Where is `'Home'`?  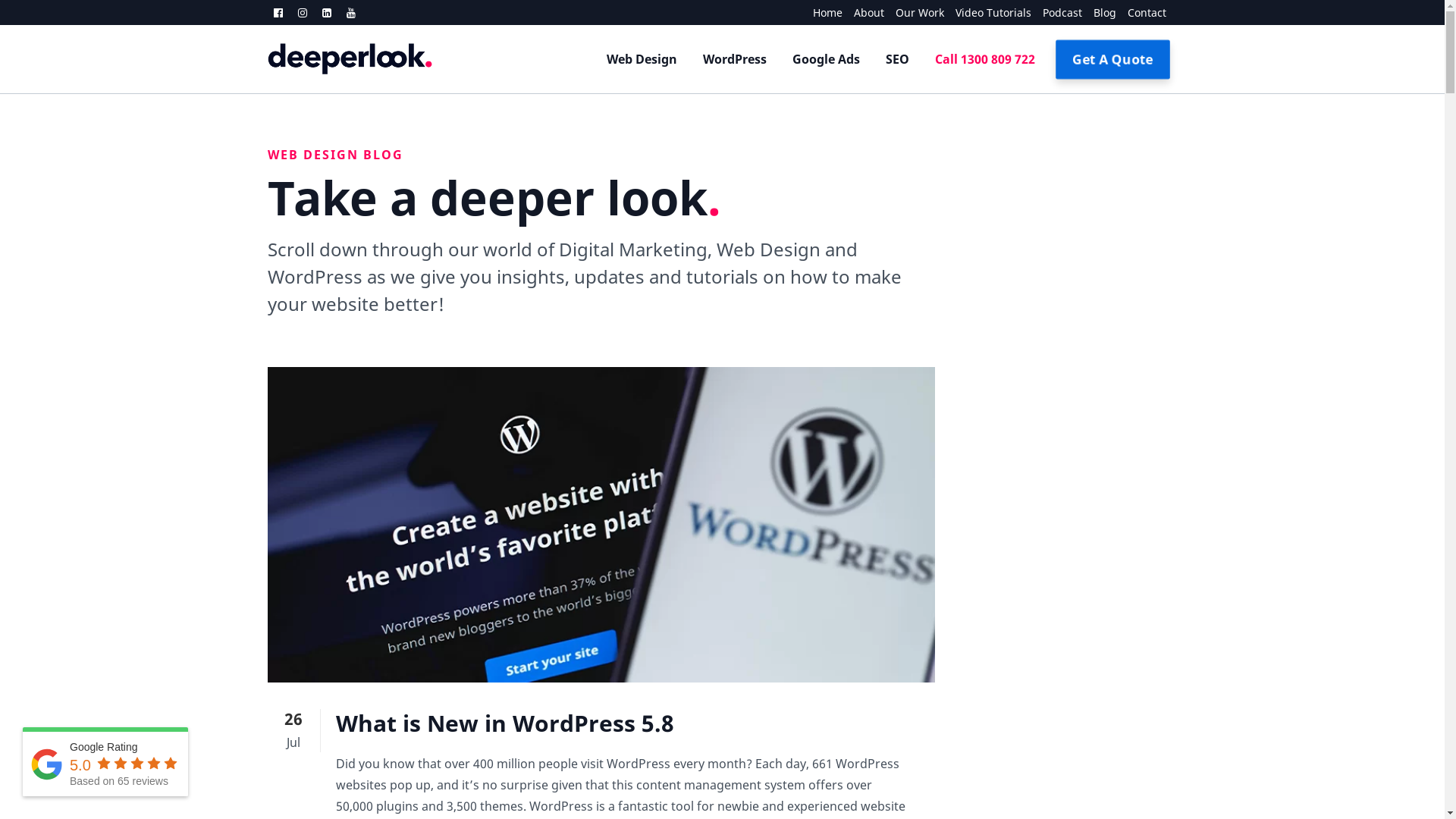 'Home' is located at coordinates (821, 12).